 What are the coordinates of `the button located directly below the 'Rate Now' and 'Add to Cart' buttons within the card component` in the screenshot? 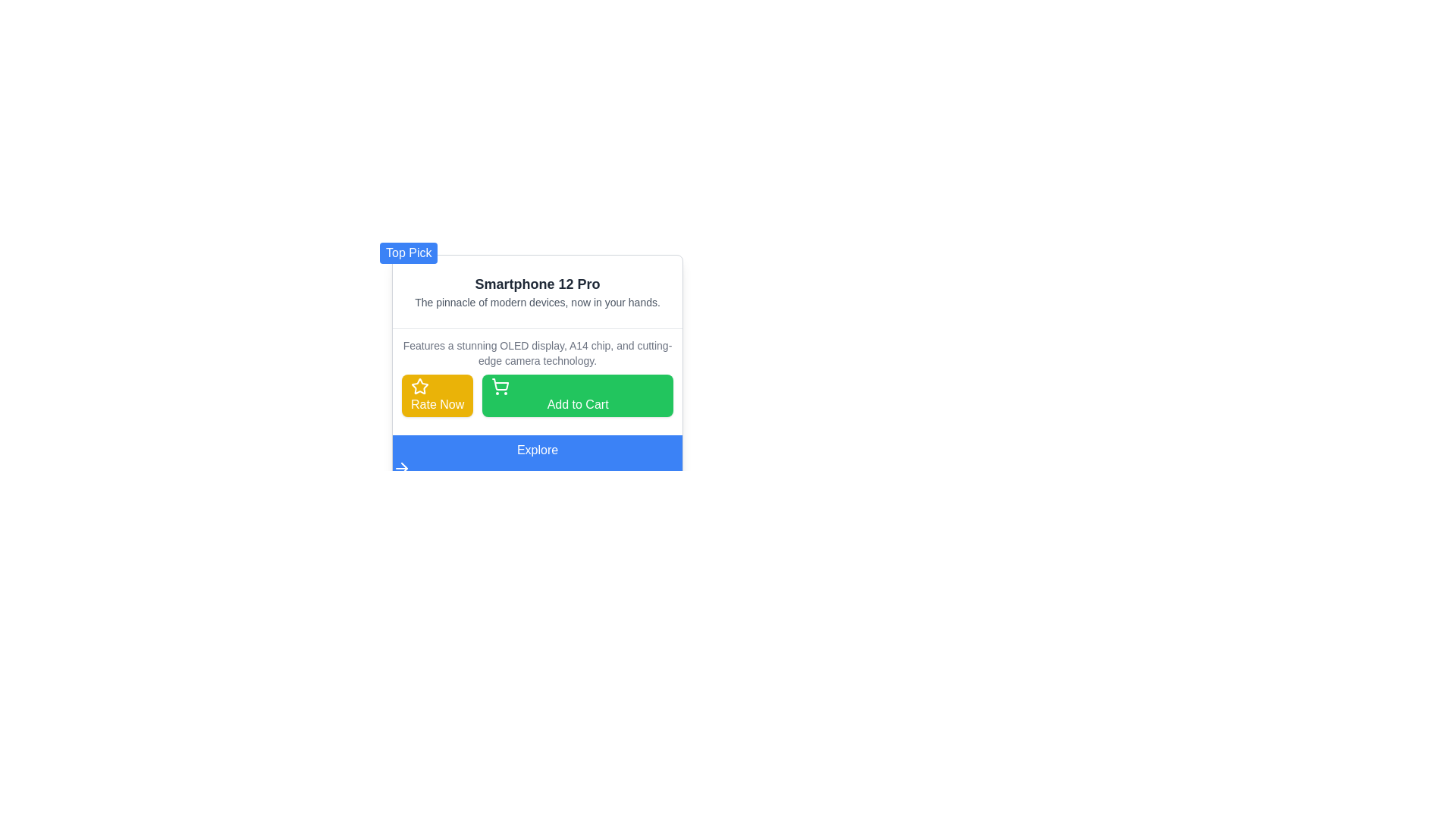 It's located at (538, 458).